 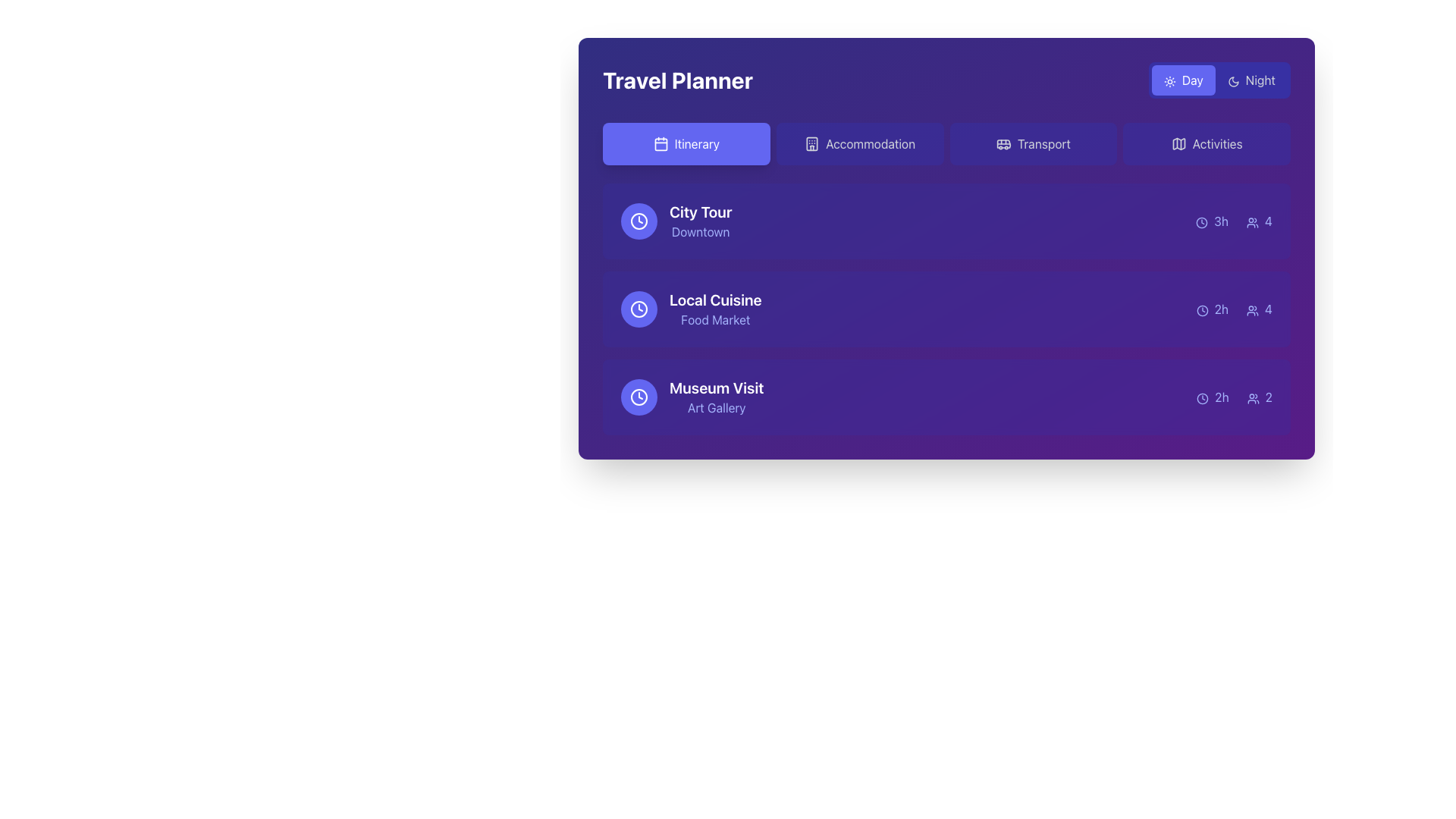 What do you see at coordinates (946, 397) in the screenshot?
I see `the third informational card in the 'Travel Planner' section, which displays details about a museum visit itinerary, located between 'Local Cuisine' and 'Museum Visit'` at bounding box center [946, 397].